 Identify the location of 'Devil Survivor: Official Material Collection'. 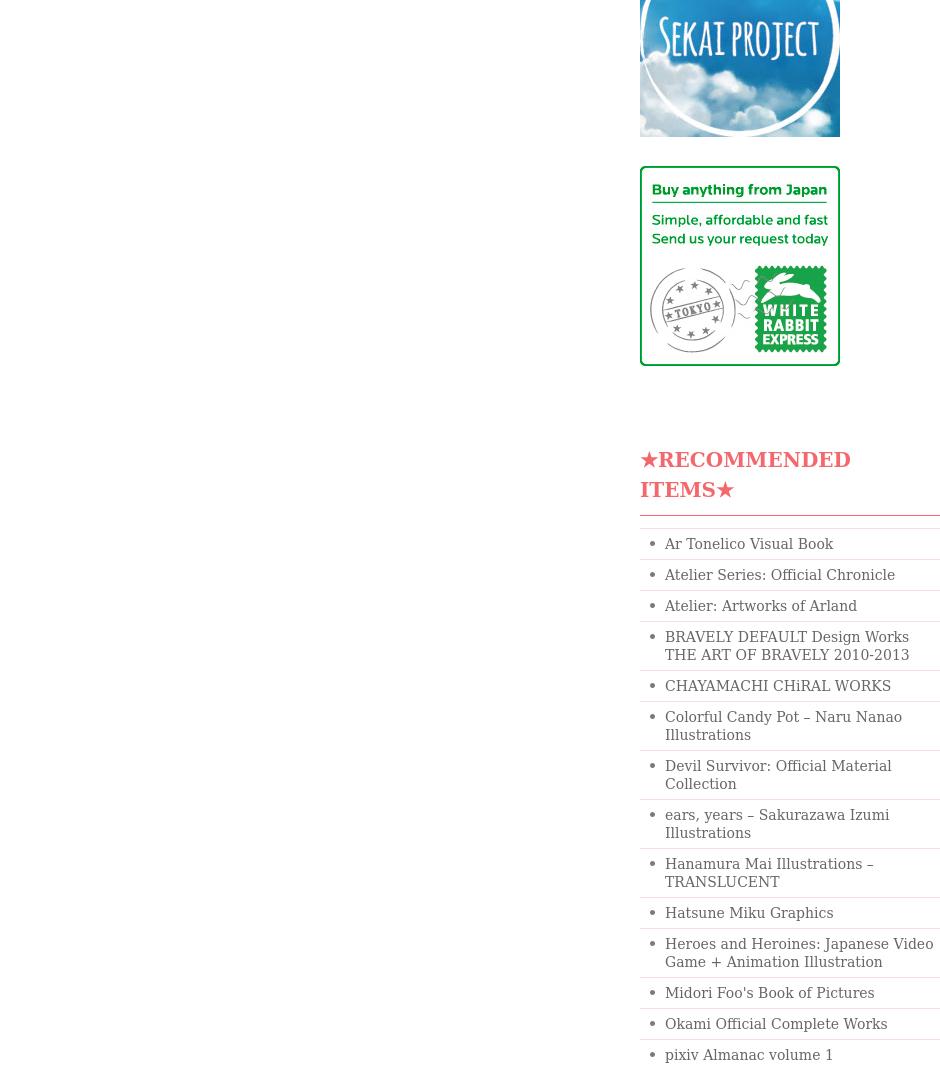
(664, 773).